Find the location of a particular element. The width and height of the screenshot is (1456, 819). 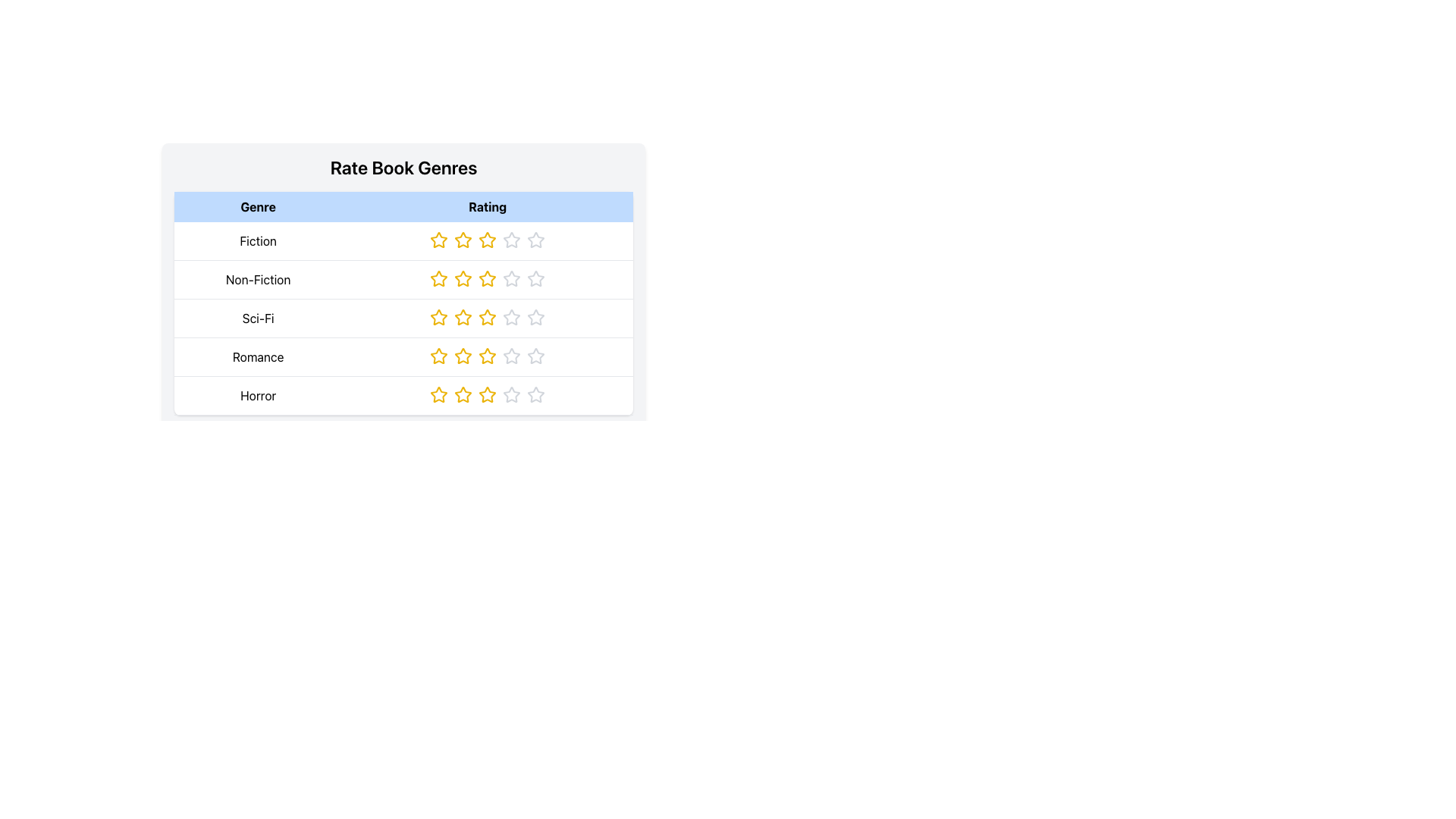

the second yellow star in the horizontal row of rating stars for a drag-and-drop operation is located at coordinates (463, 239).